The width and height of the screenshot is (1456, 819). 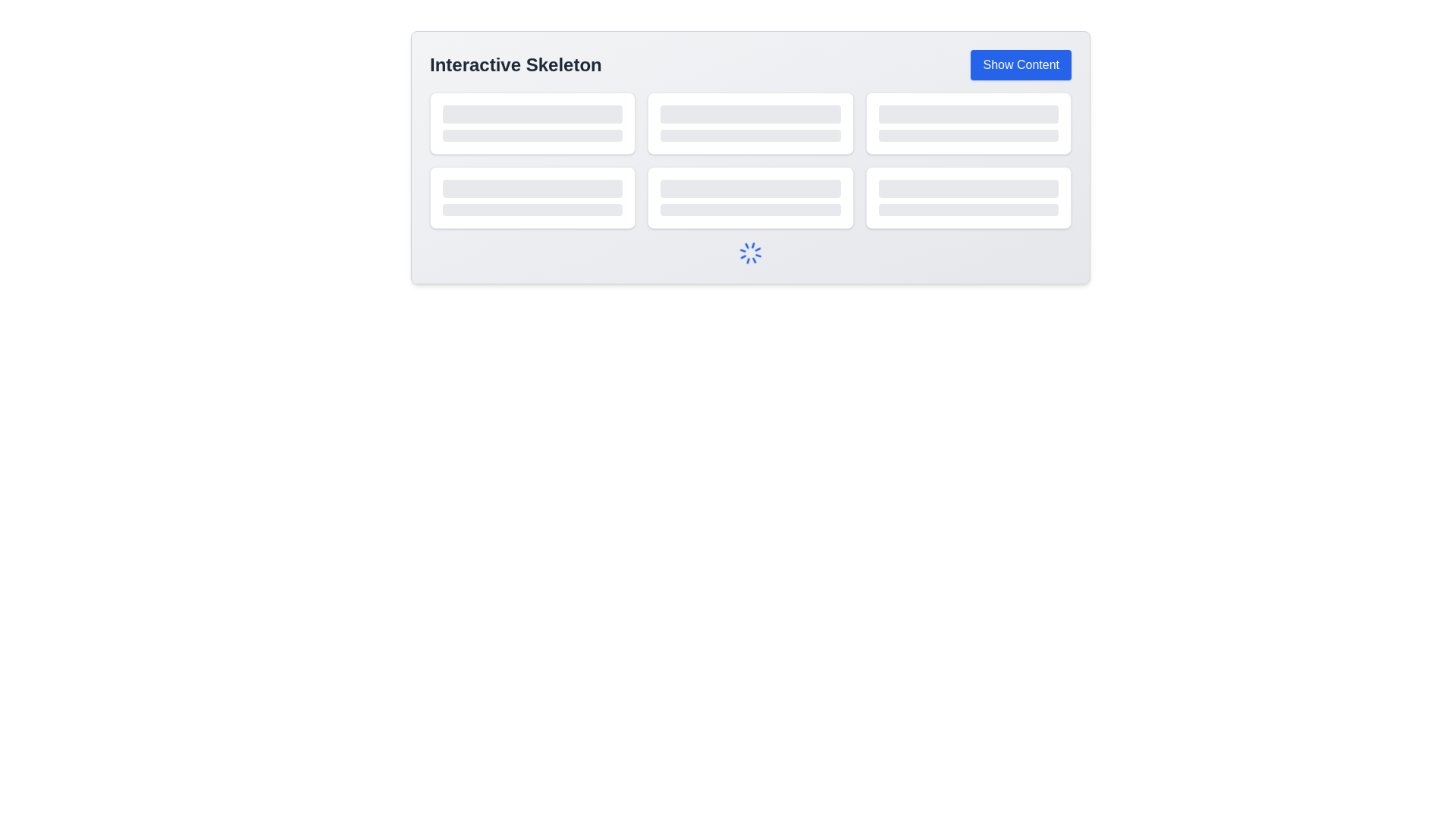 What do you see at coordinates (968, 197) in the screenshot?
I see `the state of the Skeleton loader block located in the third column of the fourth row, positioned towards the bottom-right of the layout` at bounding box center [968, 197].